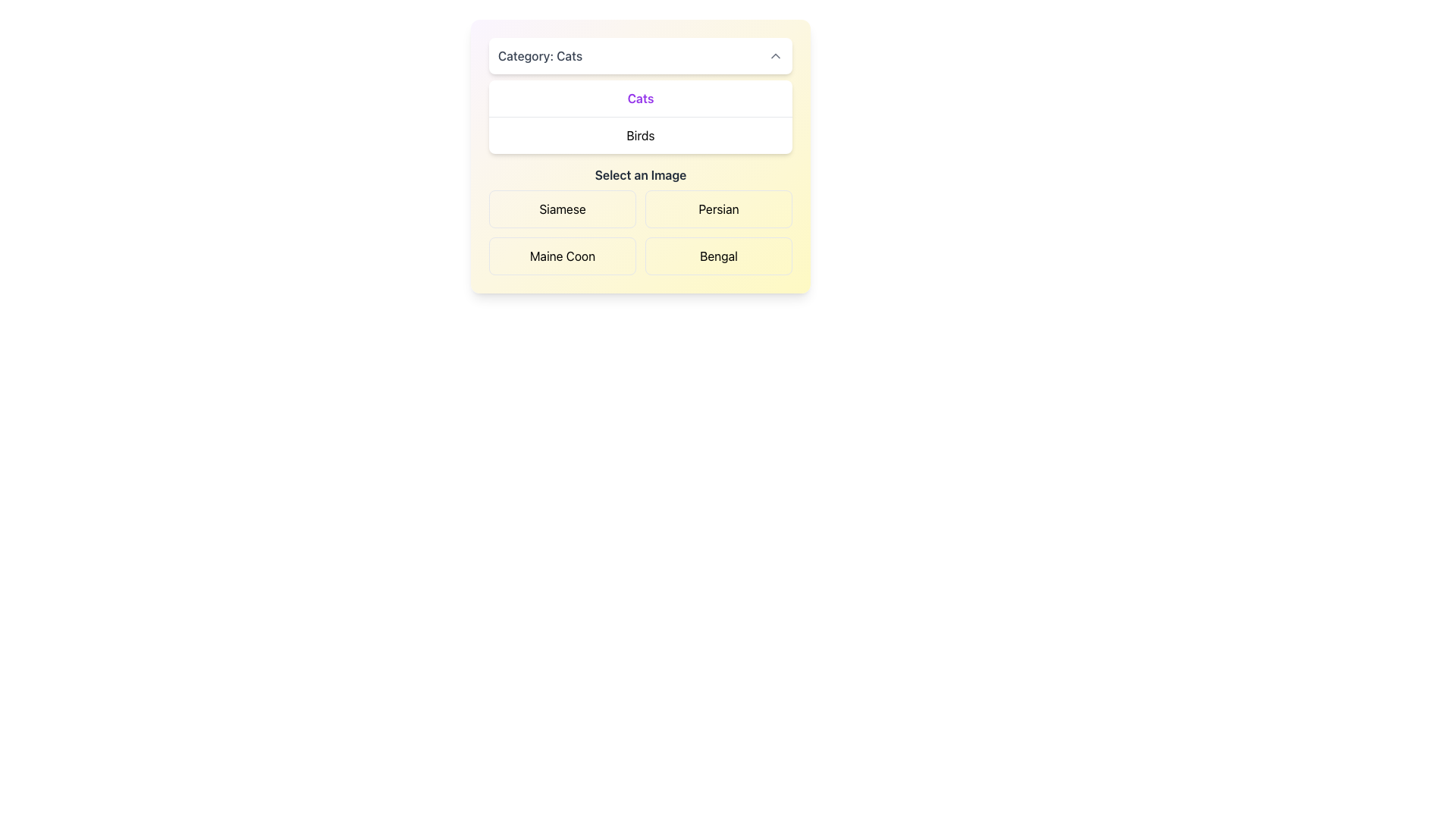 The image size is (1456, 819). What do you see at coordinates (718, 209) in the screenshot?
I see `the 'Persian' option selector button located in the top-right cell of the 2x2 grid under the 'Select an Image' label` at bounding box center [718, 209].